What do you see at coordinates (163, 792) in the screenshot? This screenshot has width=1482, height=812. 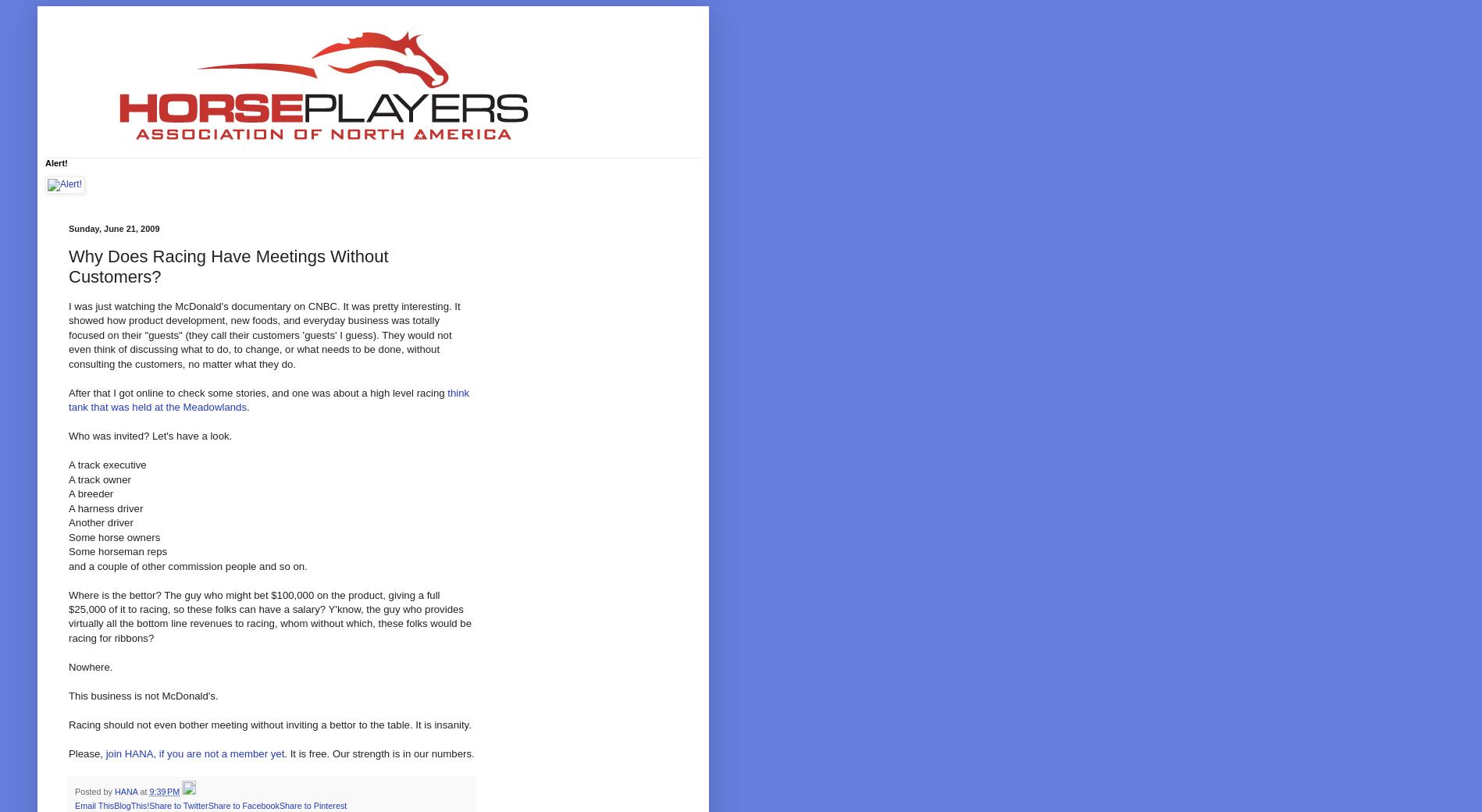 I see `'9:39 PM'` at bounding box center [163, 792].